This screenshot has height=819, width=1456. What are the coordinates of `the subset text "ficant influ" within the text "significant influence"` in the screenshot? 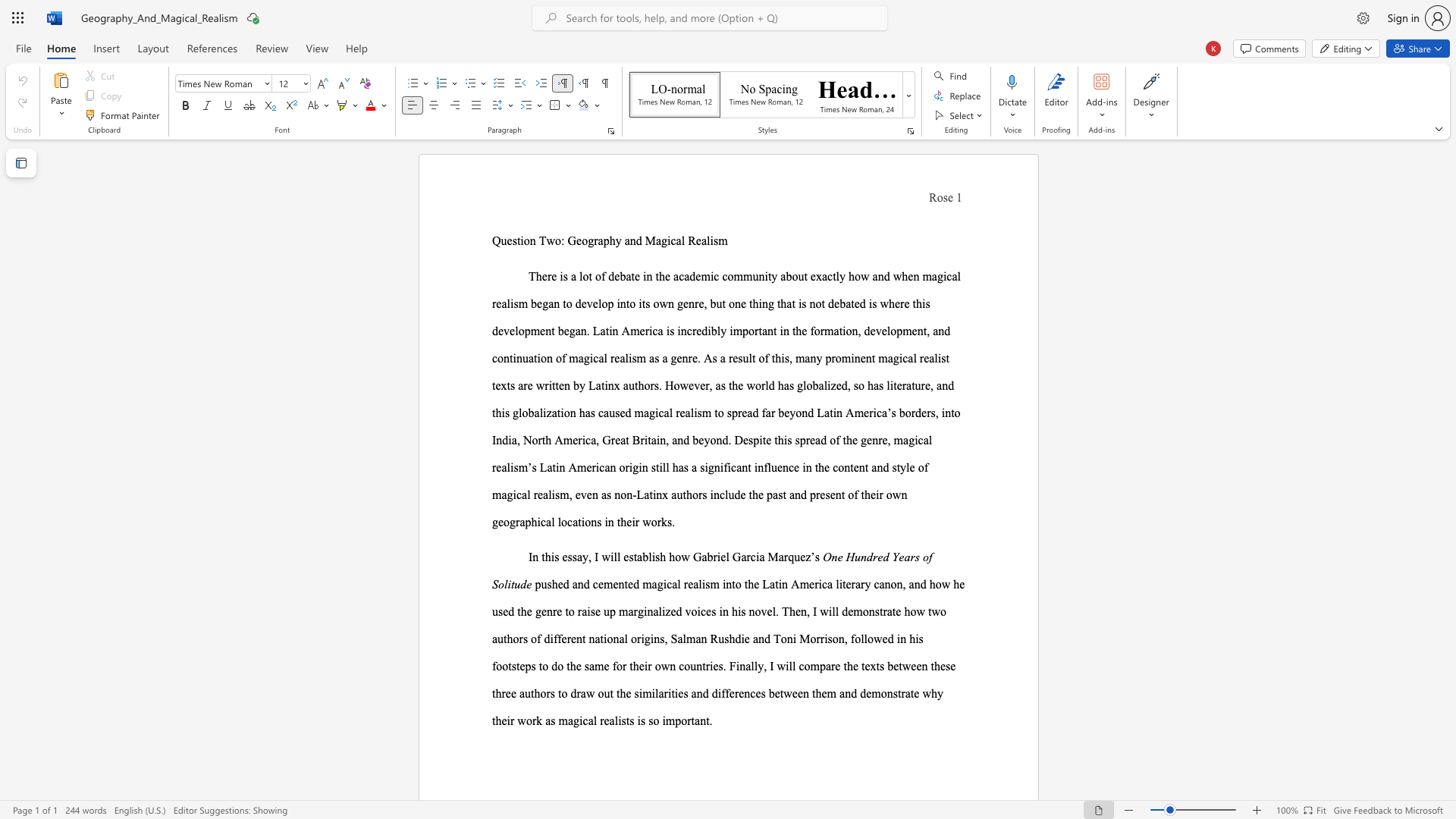 It's located at (723, 466).